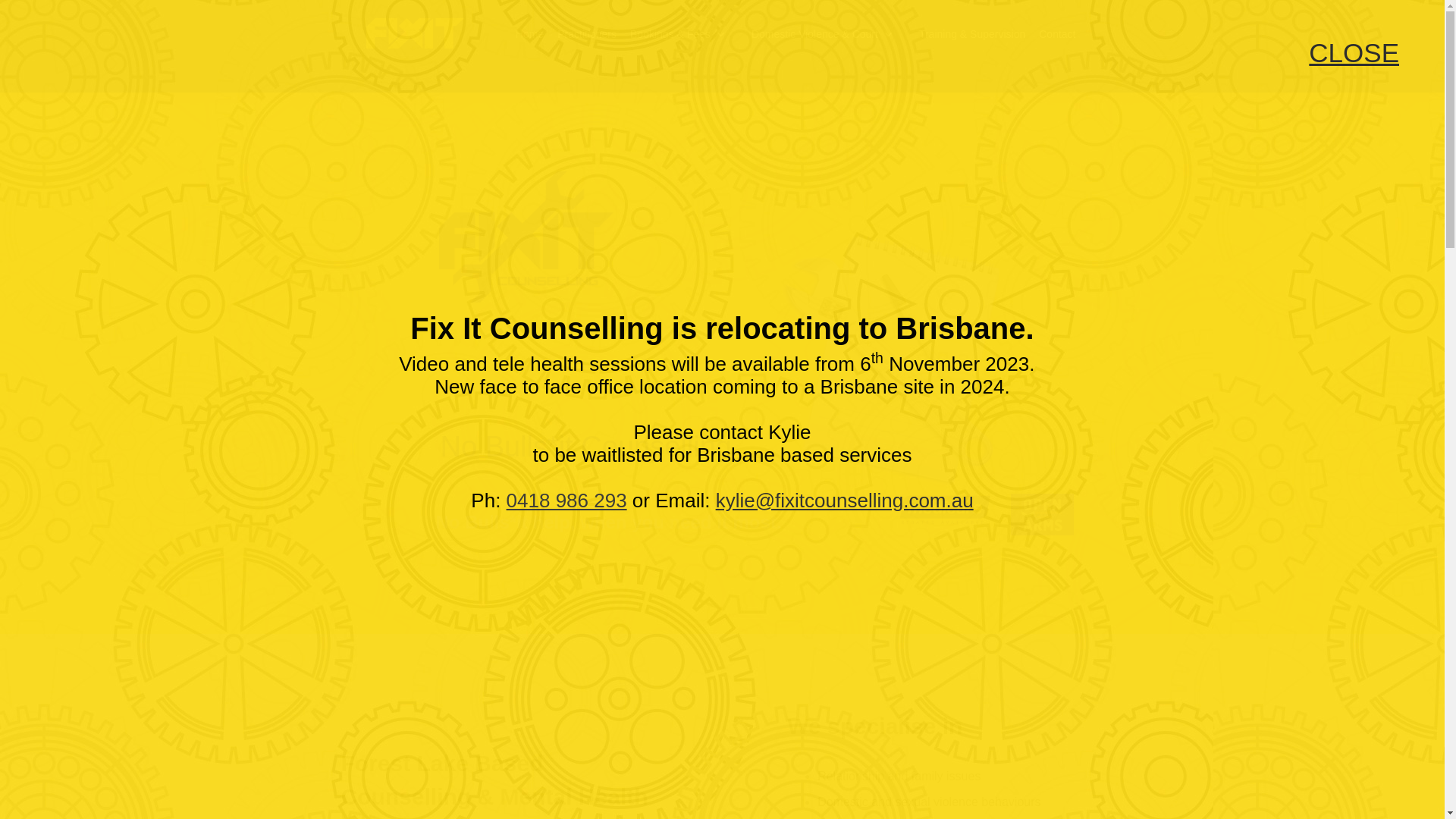 The image size is (1456, 819). Describe the element at coordinates (566, 500) in the screenshot. I see `'0418 986 293'` at that location.